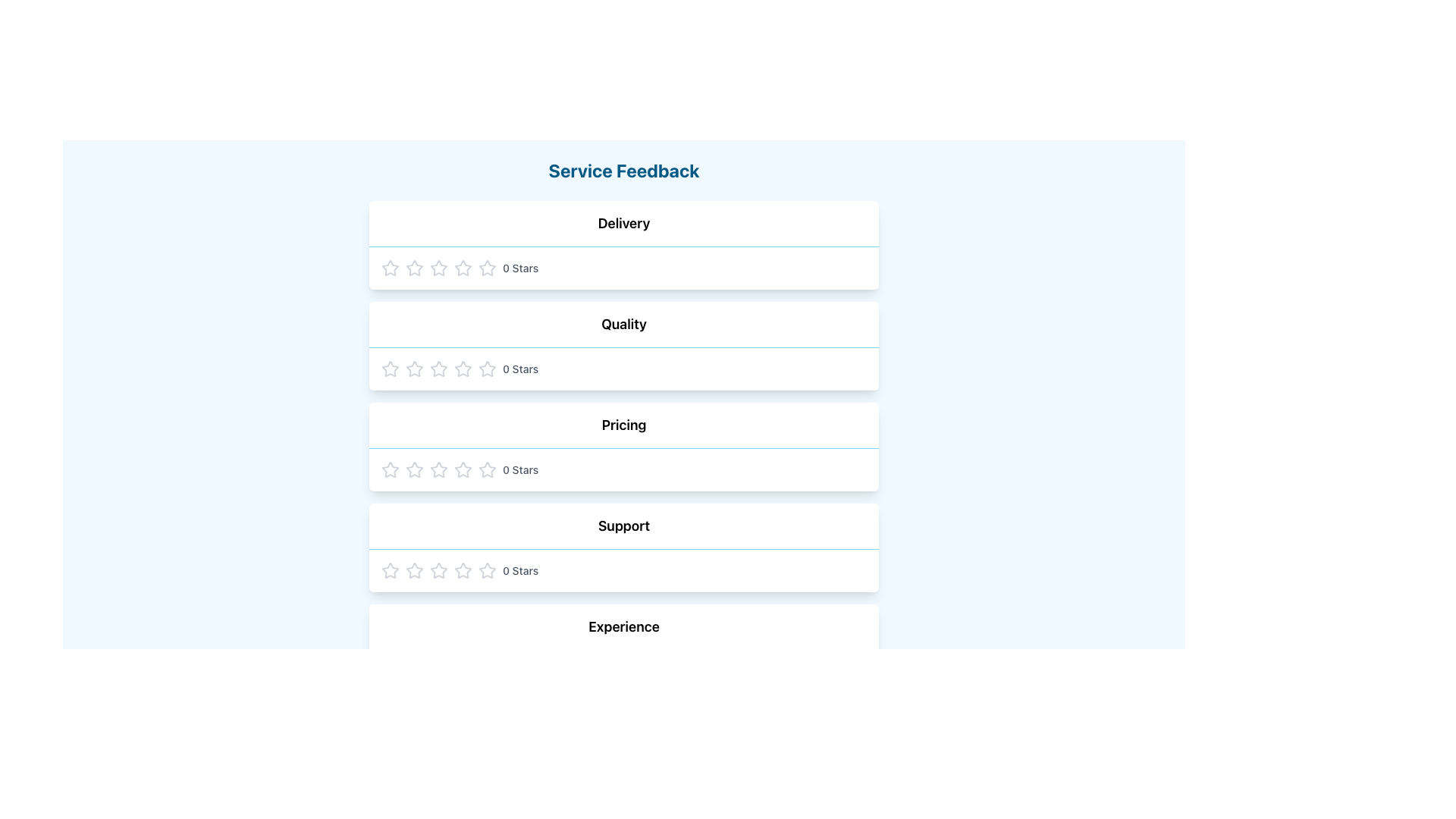 The image size is (1456, 819). I want to click on the fifth interactive rating star icon, so click(462, 268).